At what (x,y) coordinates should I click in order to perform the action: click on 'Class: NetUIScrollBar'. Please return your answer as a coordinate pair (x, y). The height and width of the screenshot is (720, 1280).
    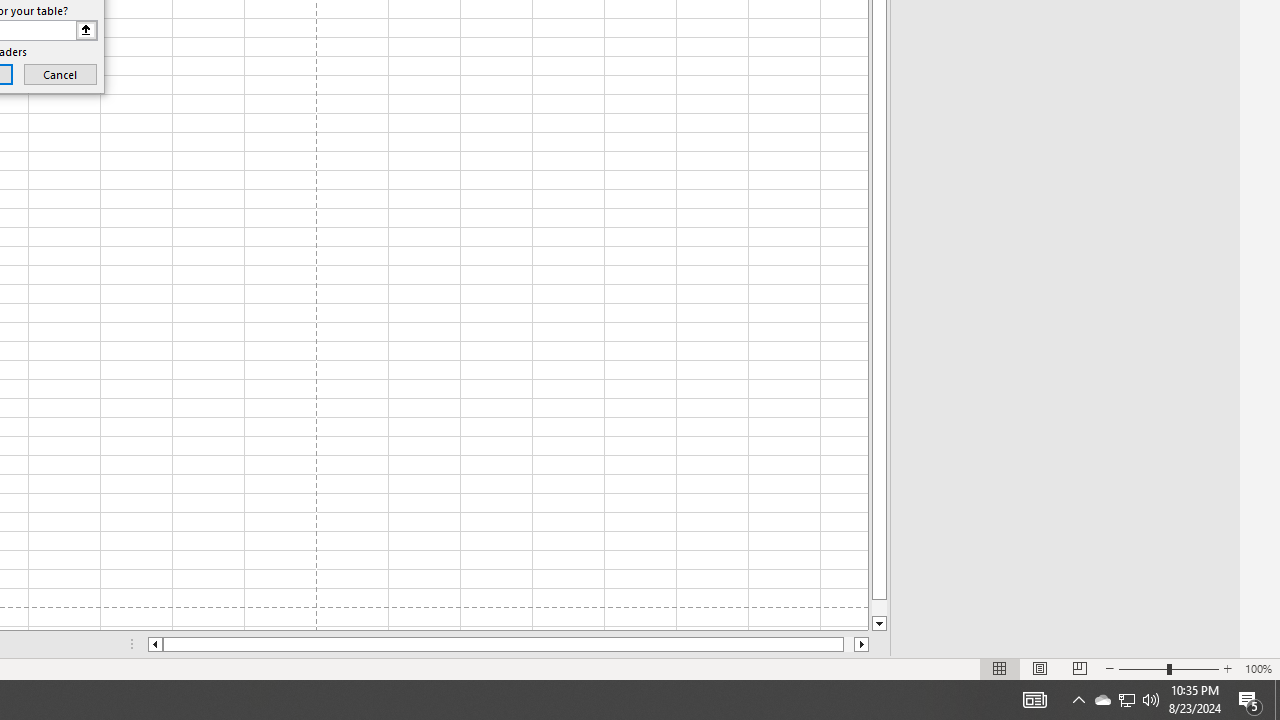
    Looking at the image, I should click on (508, 644).